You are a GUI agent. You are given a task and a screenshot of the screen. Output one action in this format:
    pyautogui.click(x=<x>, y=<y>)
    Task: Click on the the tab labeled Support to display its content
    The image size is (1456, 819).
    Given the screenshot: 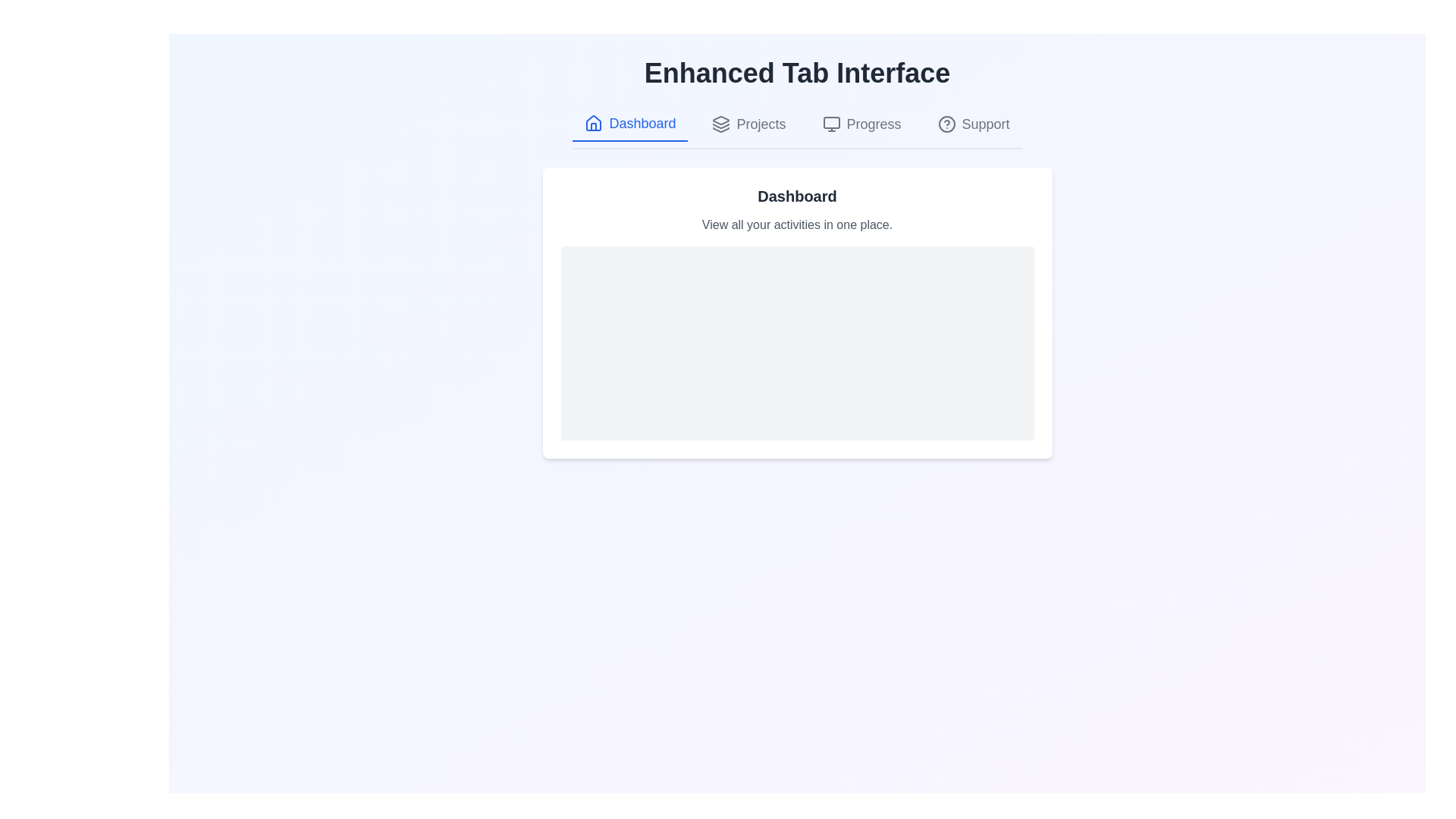 What is the action you would take?
    pyautogui.click(x=974, y=124)
    